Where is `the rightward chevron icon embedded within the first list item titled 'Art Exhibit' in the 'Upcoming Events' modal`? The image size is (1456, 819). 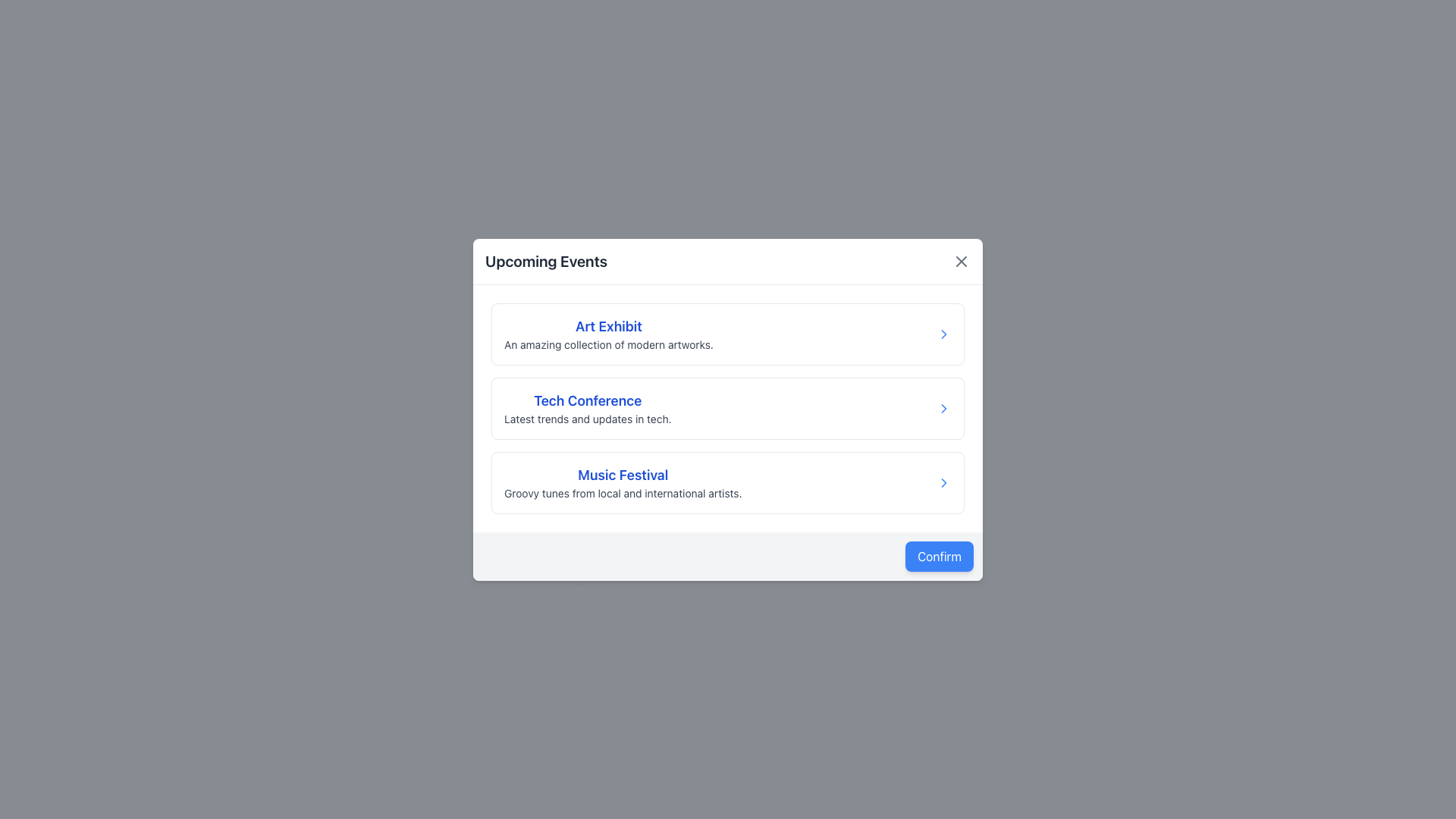 the rightward chevron icon embedded within the first list item titled 'Art Exhibit' in the 'Upcoming Events' modal is located at coordinates (943, 332).